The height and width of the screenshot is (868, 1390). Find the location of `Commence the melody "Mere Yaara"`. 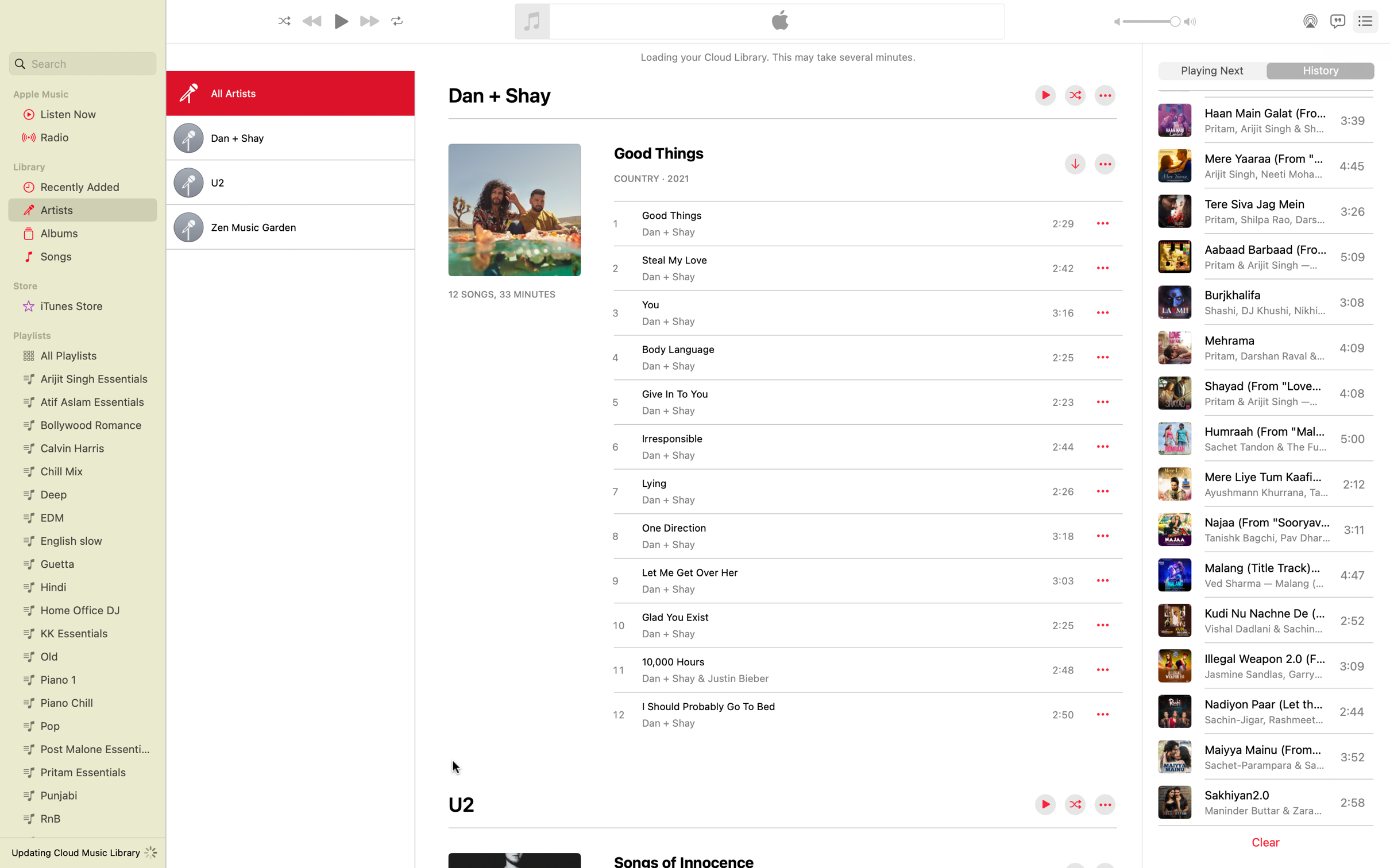

Commence the melody "Mere Yaara" is located at coordinates (1267, 165).